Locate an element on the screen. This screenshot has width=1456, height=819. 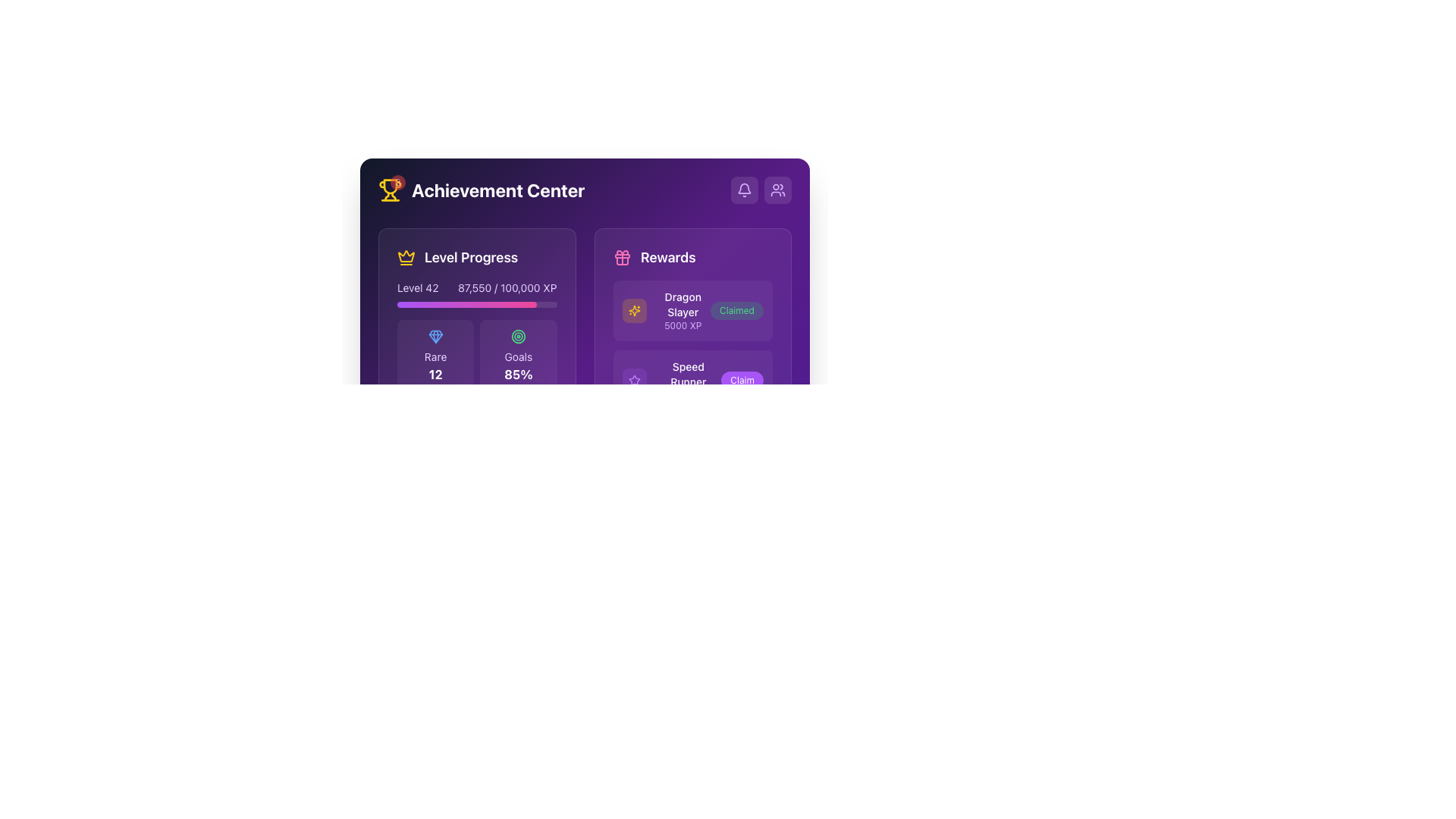
the non-interactive Status Label that indicates the reward 'Dragon Slayer' has already been claimed by the user is located at coordinates (737, 309).